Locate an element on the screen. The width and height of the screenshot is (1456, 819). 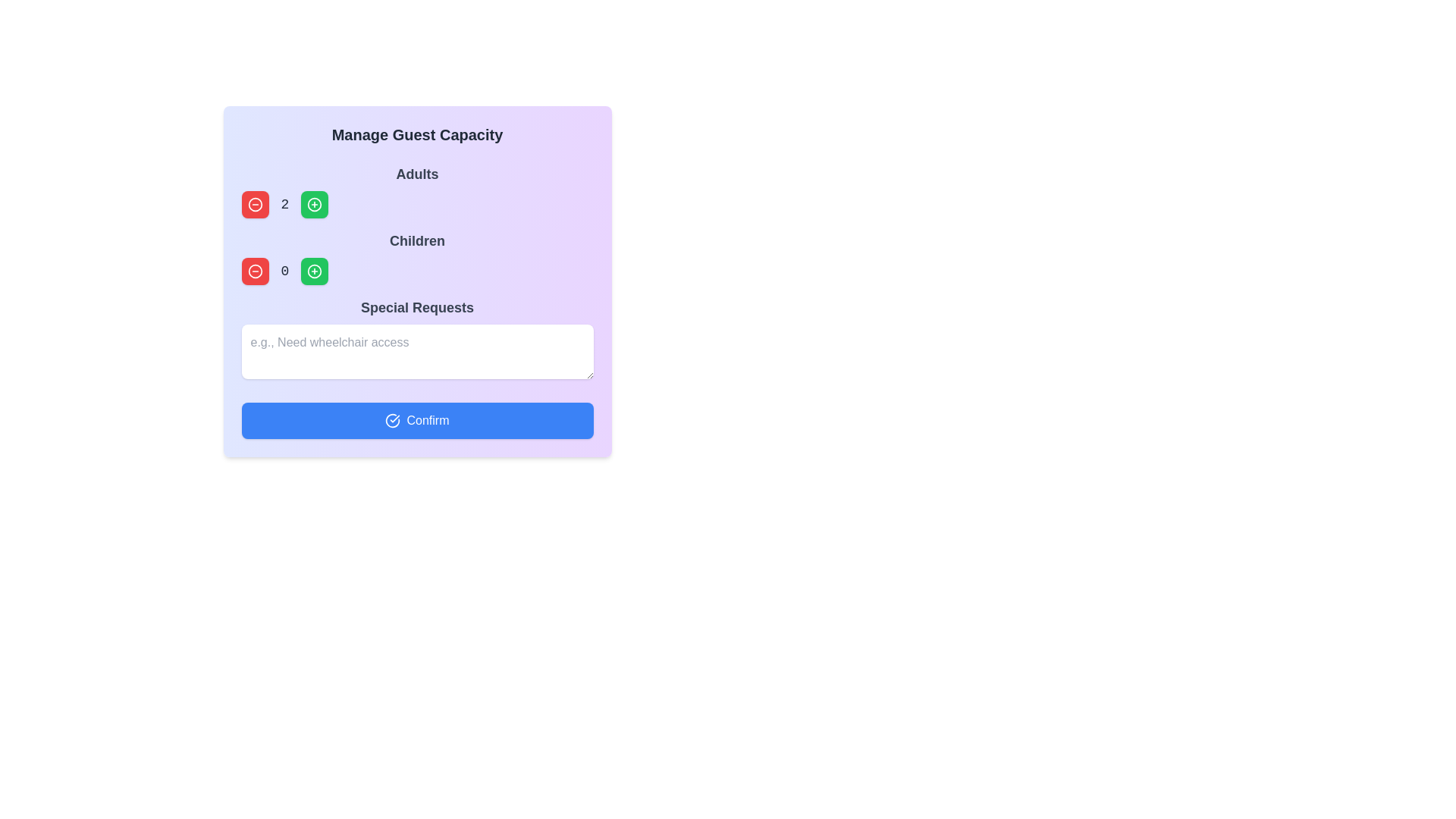
the red rounded rectangle button with a white circular icon containing a horizontal line, located in the second row under the 'Children' label, to observe its hover effect is located at coordinates (255, 271).